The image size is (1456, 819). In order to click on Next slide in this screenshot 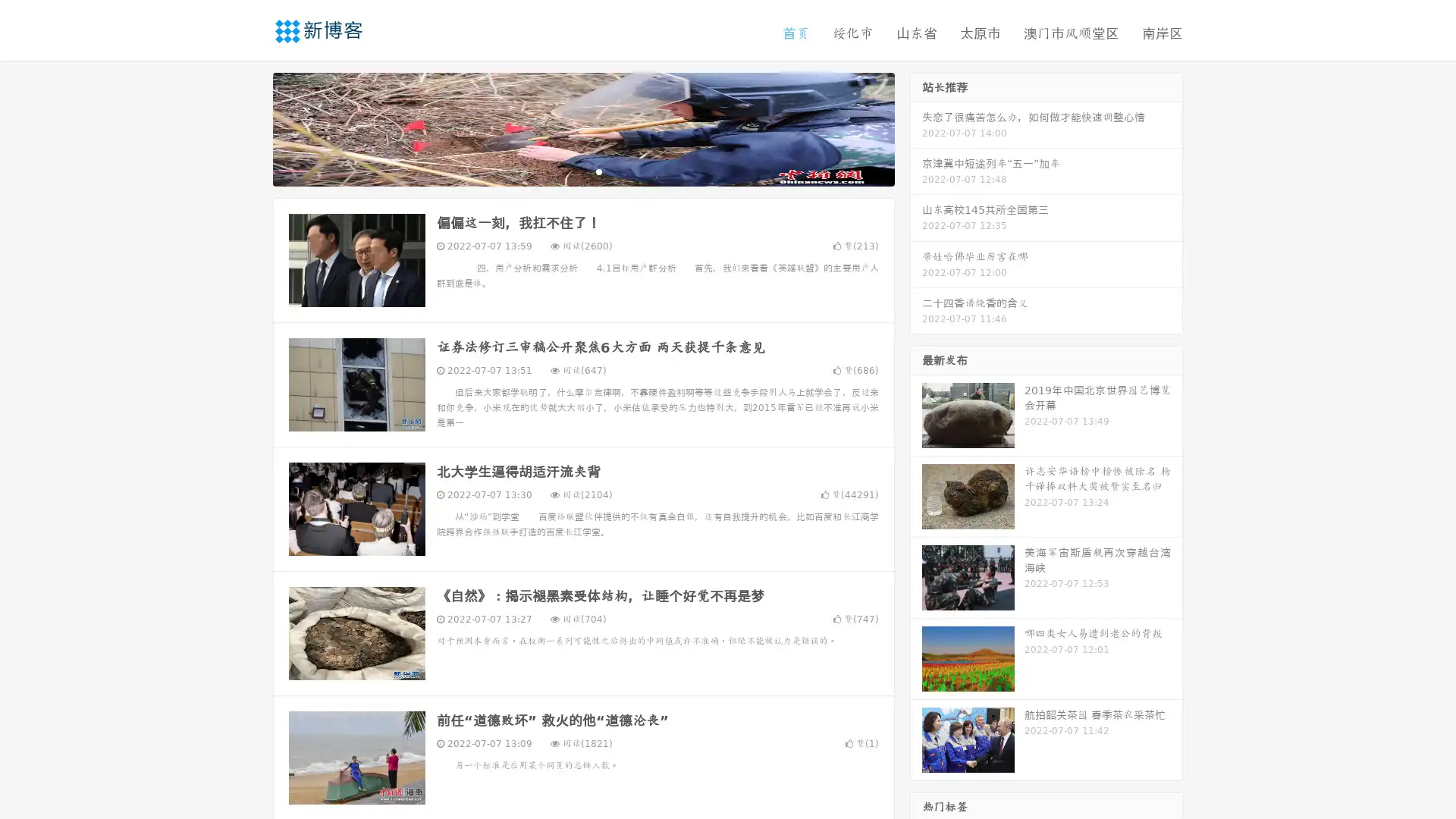, I will do `click(916, 127)`.